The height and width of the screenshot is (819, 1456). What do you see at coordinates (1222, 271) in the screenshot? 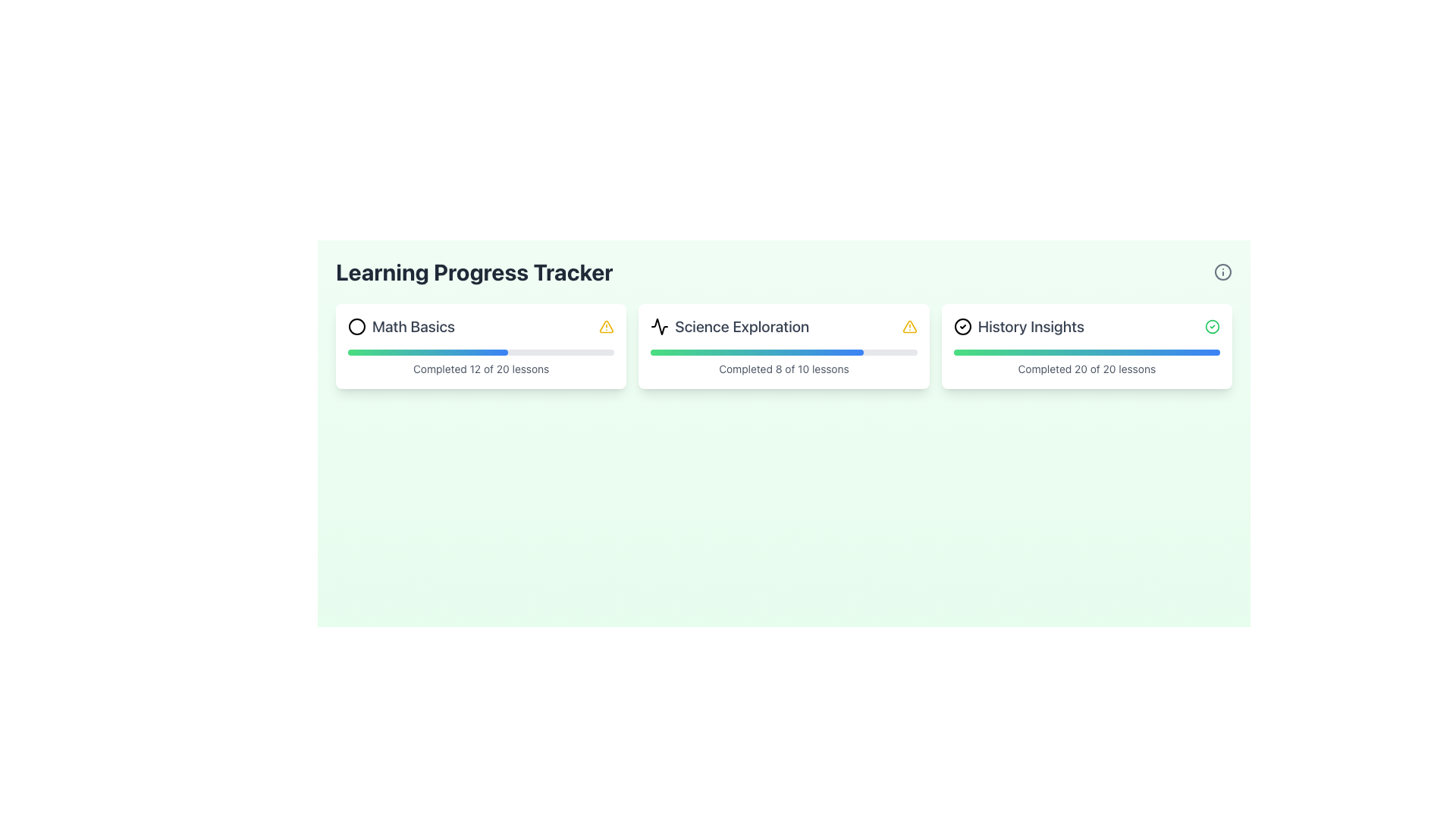
I see `the circular SVG element that serves as the outer border of an information icon, which is filled with no color and bordered by a thin line of variable color` at bounding box center [1222, 271].